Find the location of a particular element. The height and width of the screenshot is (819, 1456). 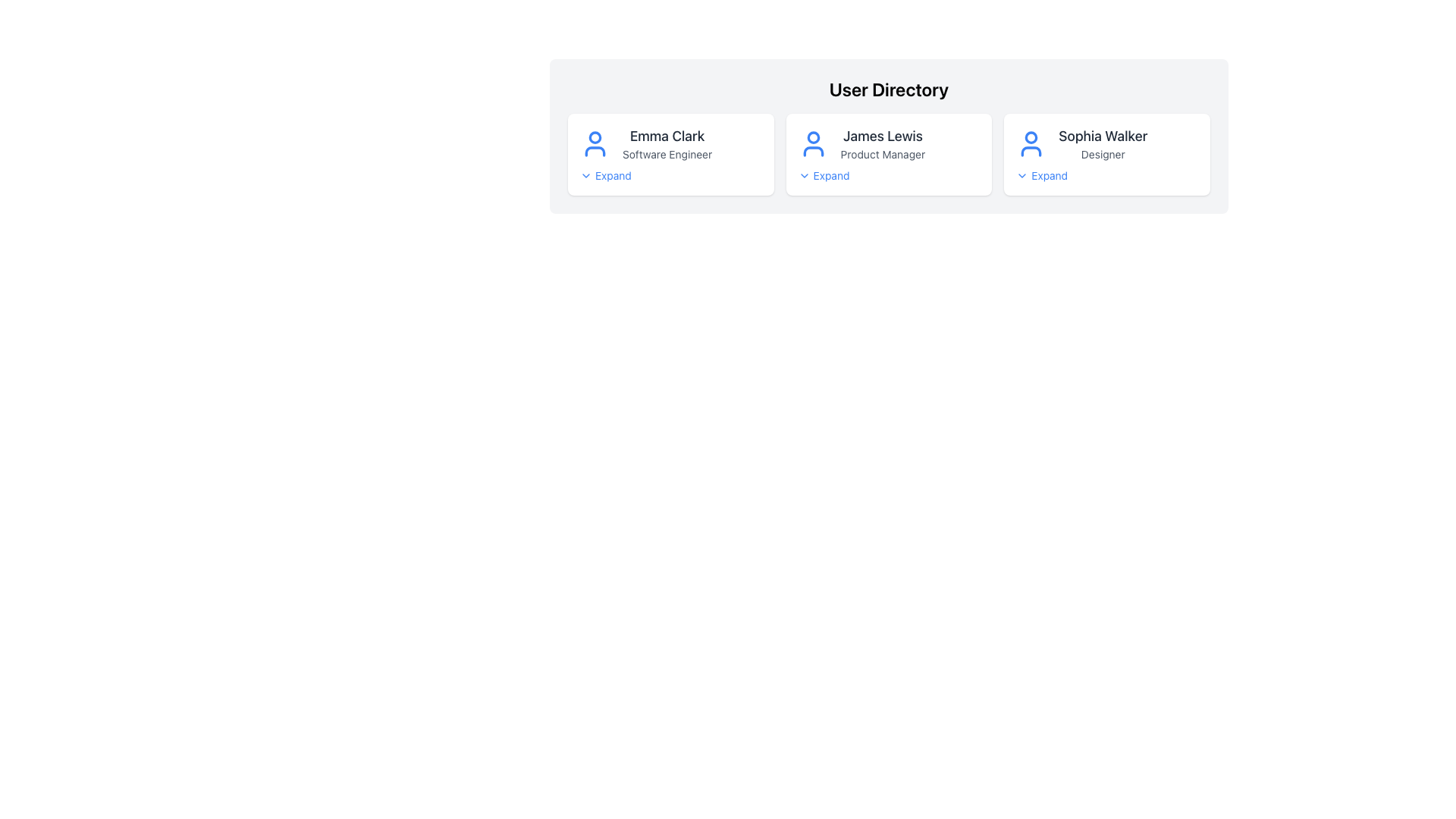

user details presented in the user profile preview card located in the second column of a 3-column grid layout, between the cards for 'Emma Clark' and 'Sophia Walker' is located at coordinates (889, 155).